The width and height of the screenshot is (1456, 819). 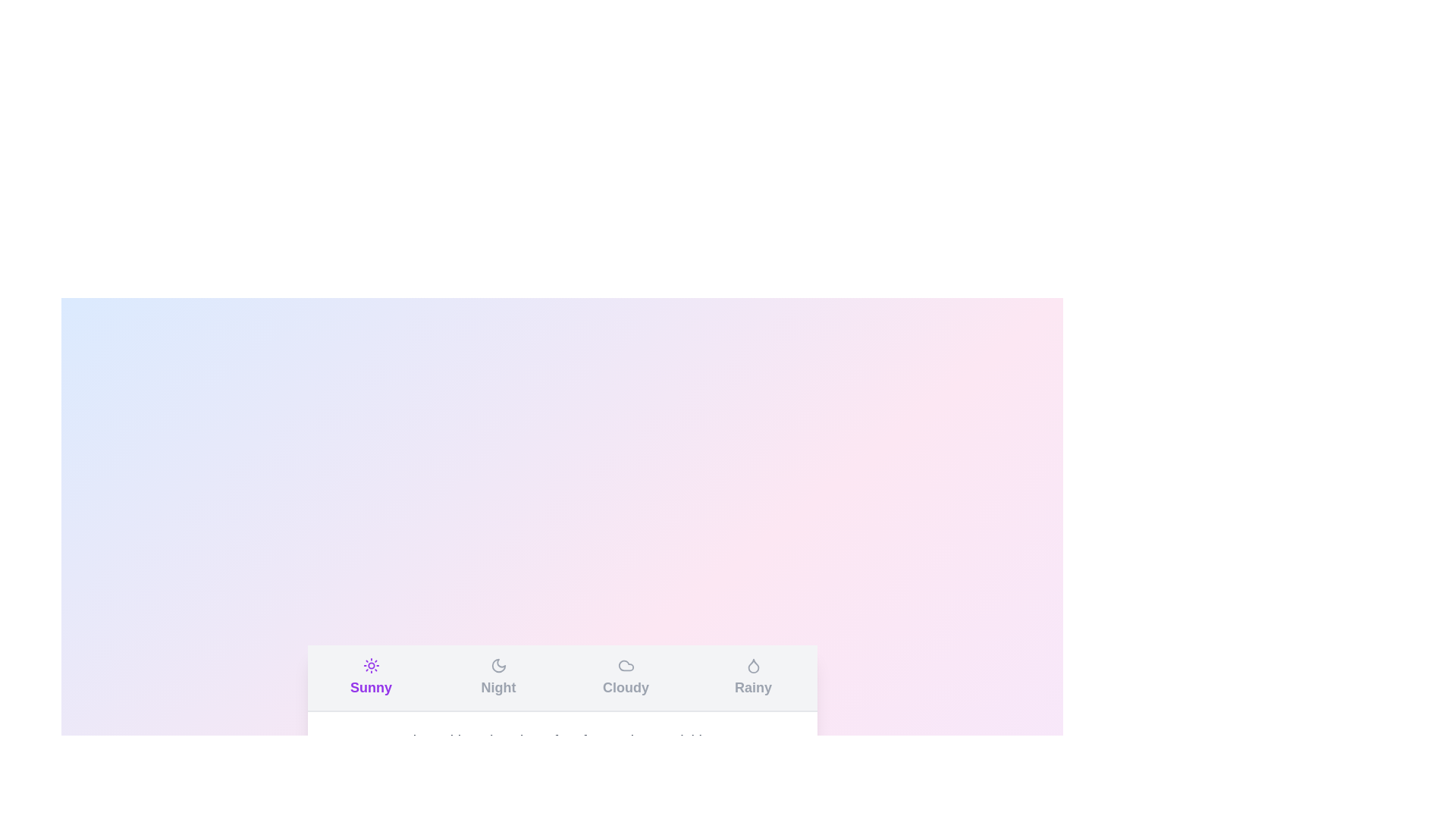 What do you see at coordinates (371, 677) in the screenshot?
I see `the tab labeled Sunny to switch to the respective weather condition` at bounding box center [371, 677].